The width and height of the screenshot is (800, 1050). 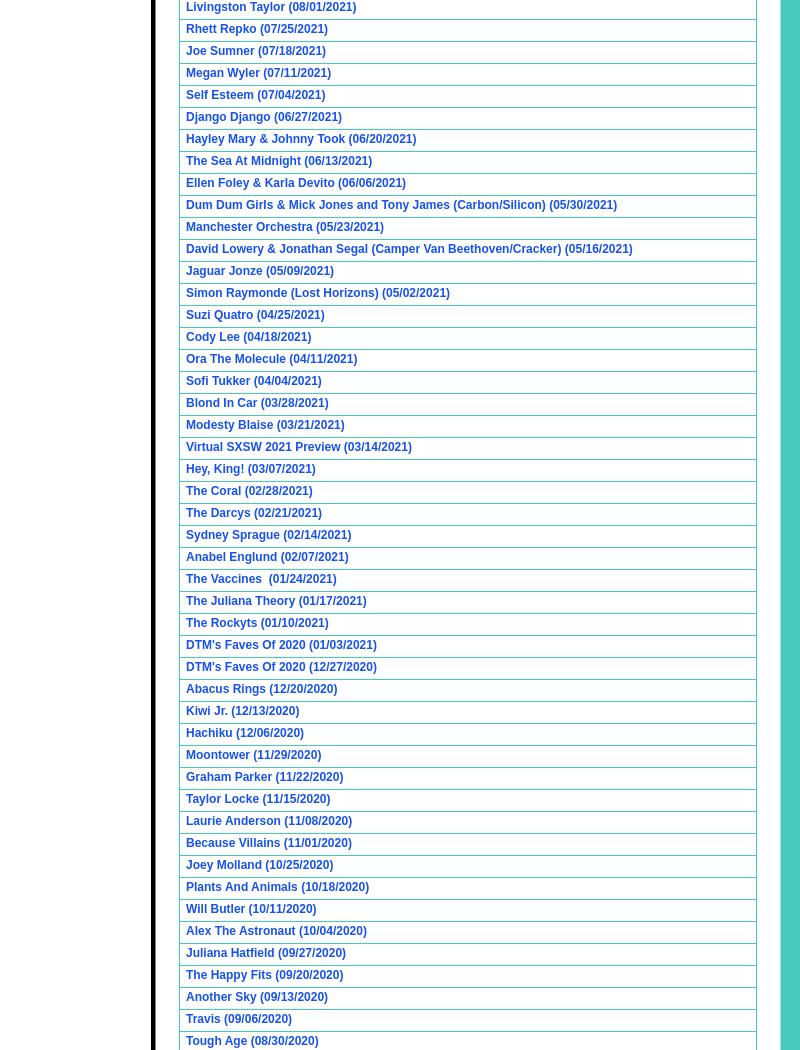 I want to click on 'DTM's Faves Of 2020 (12/27/2020)', so click(x=281, y=665).